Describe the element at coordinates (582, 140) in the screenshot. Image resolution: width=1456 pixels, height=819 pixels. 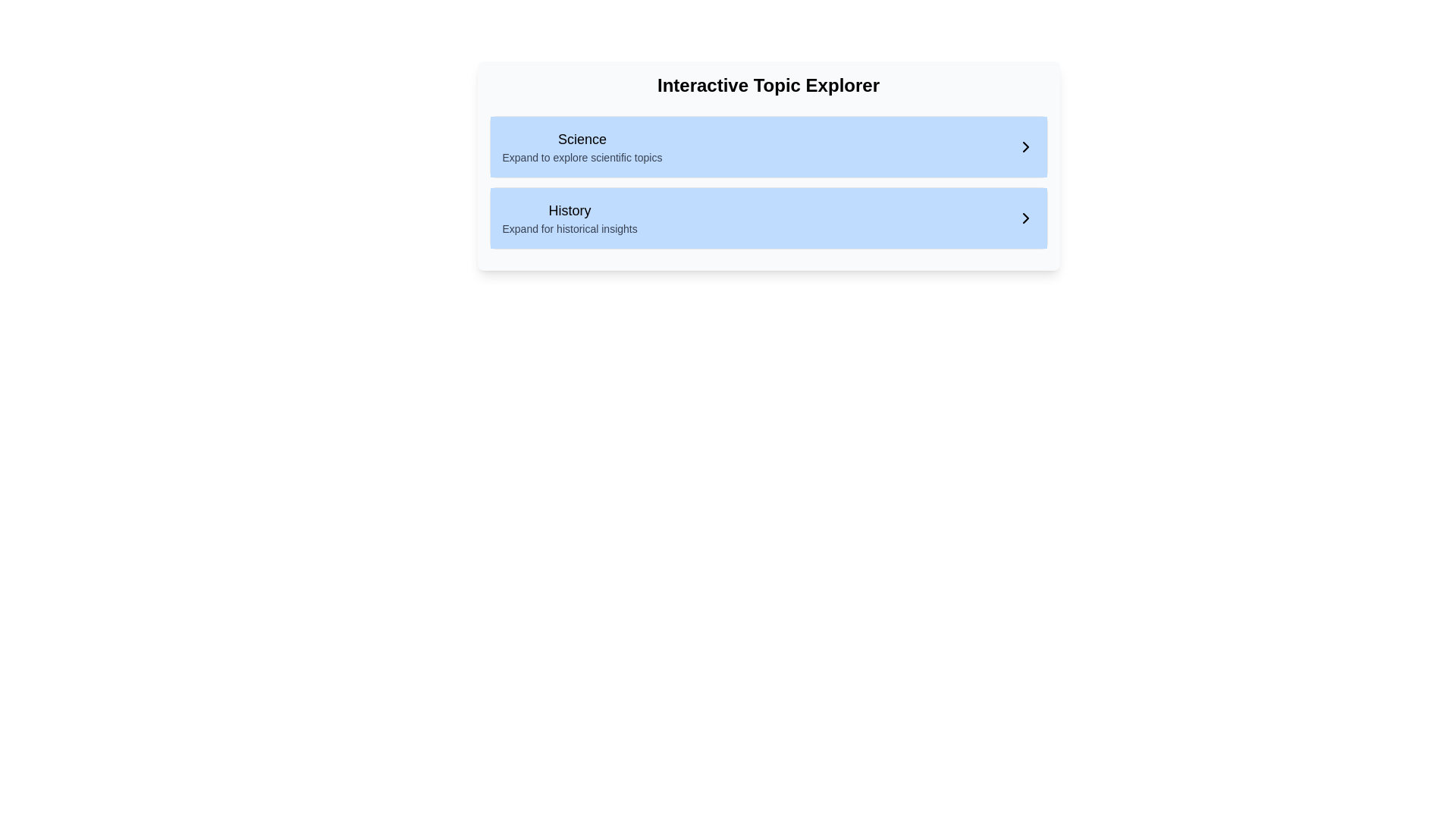
I see `the title text label located at the top of the first blue section under 'Interactive Topic Explorer', which indicates the category of the associated content` at that location.